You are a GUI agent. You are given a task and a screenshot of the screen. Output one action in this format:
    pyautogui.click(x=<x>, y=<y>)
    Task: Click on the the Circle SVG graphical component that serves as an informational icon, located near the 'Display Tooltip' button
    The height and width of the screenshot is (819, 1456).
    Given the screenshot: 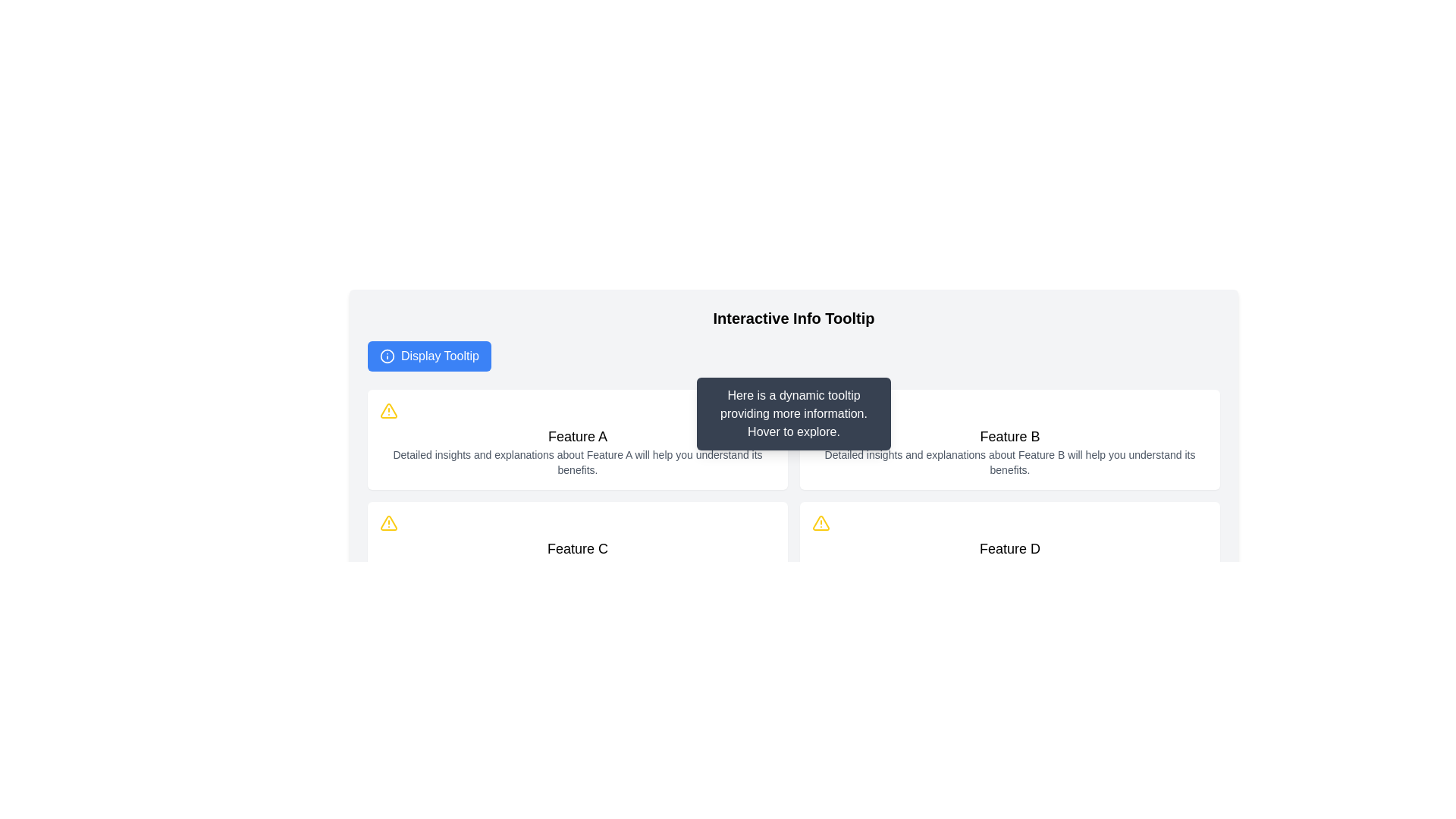 What is the action you would take?
    pyautogui.click(x=387, y=356)
    